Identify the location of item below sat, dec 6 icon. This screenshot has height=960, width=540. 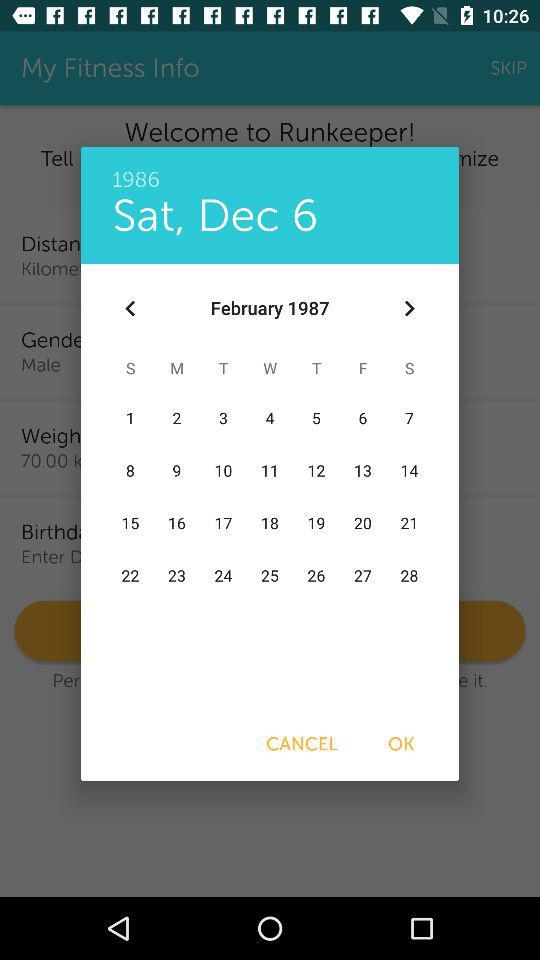
(130, 308).